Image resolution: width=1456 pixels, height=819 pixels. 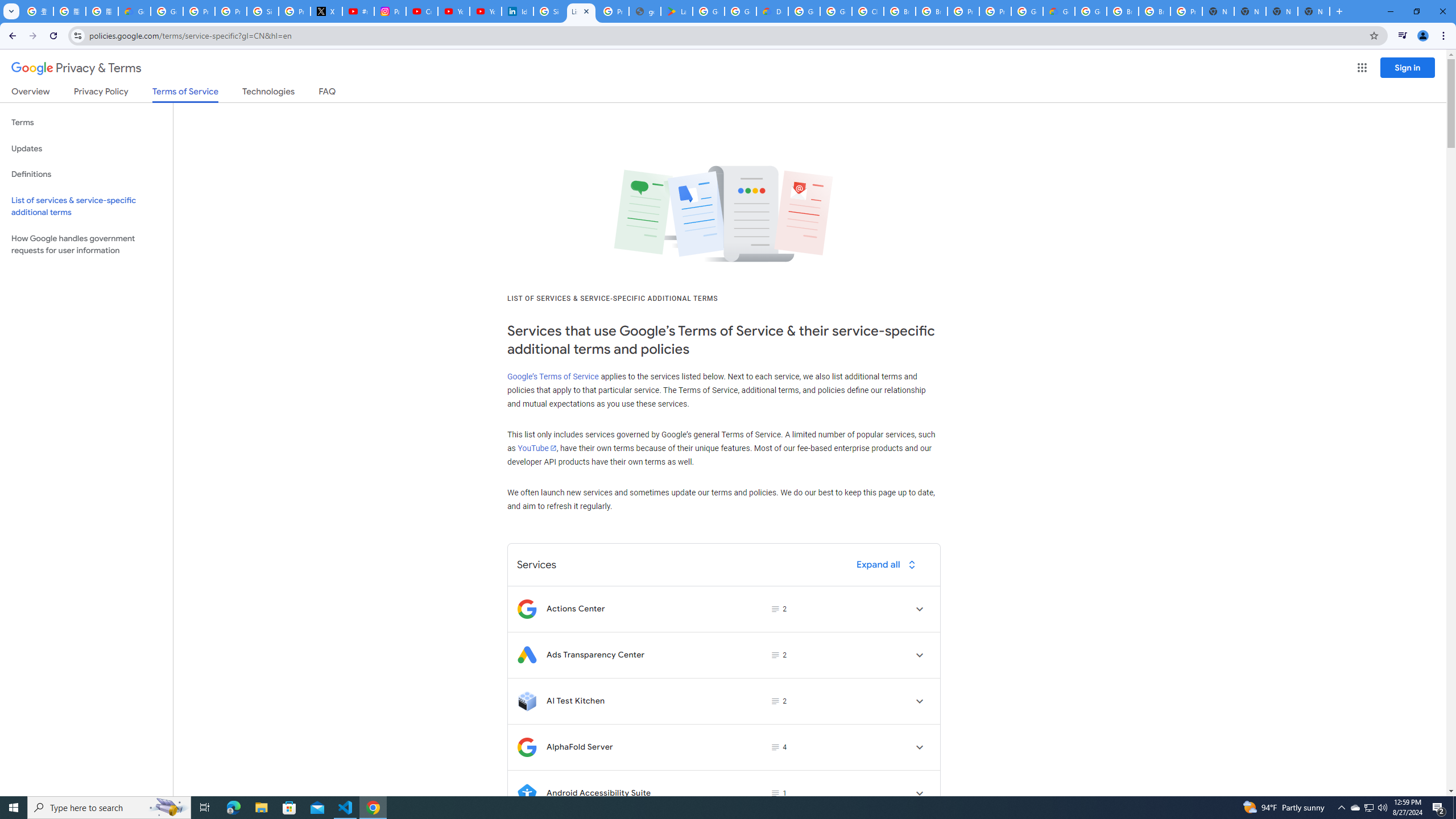 What do you see at coordinates (1090, 11) in the screenshot?
I see `'Google Cloud Platform'` at bounding box center [1090, 11].